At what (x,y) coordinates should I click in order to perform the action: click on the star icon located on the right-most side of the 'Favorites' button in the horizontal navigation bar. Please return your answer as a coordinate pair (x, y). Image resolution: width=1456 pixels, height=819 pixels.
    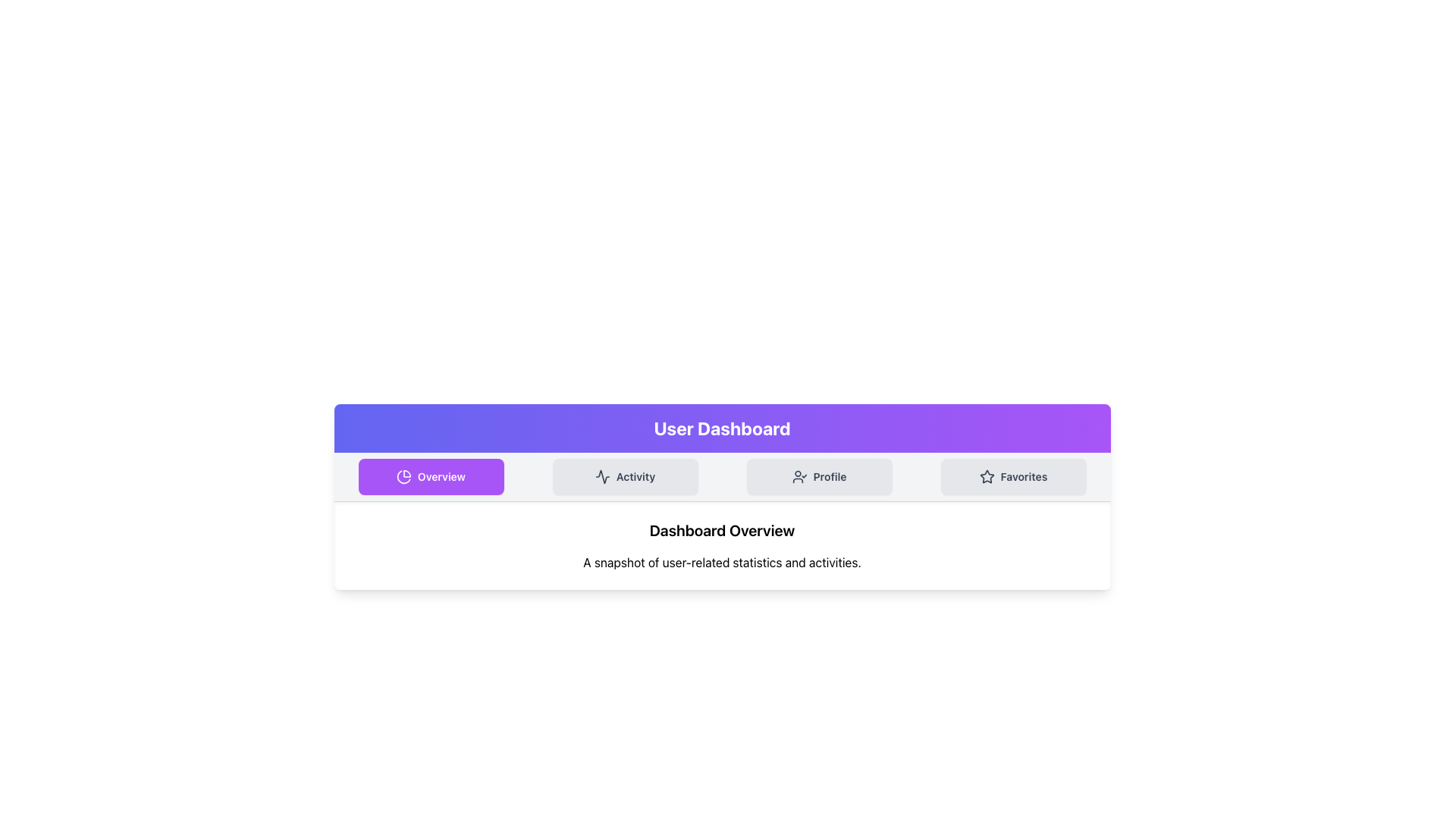
    Looking at the image, I should click on (987, 475).